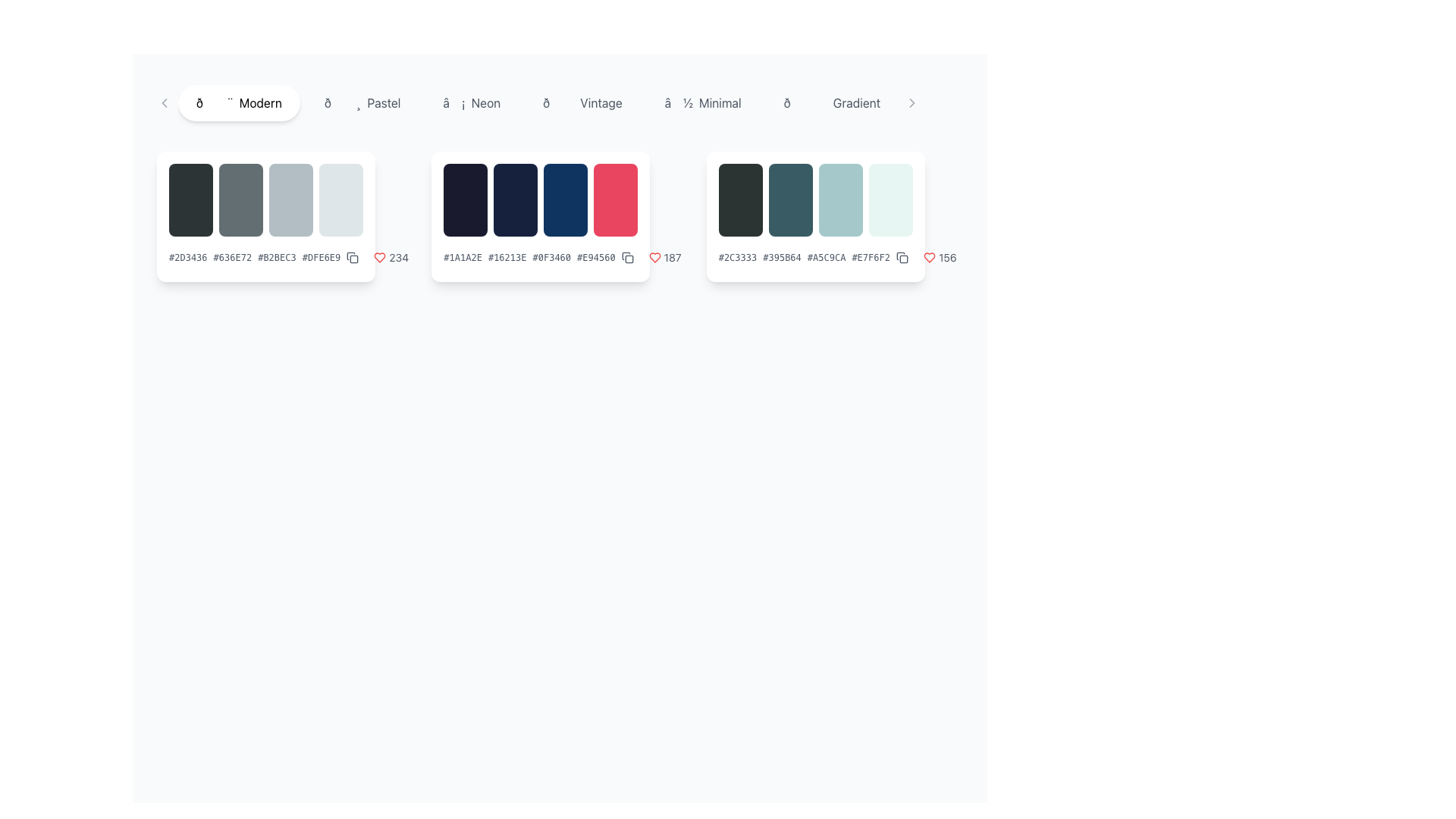  What do you see at coordinates (350, 256) in the screenshot?
I see `the SVG icon within the button located to the right of the palette card with the code '#2D3436 #636E72 #B2BEC3 #DFE6E9' to initiate the copy action` at bounding box center [350, 256].